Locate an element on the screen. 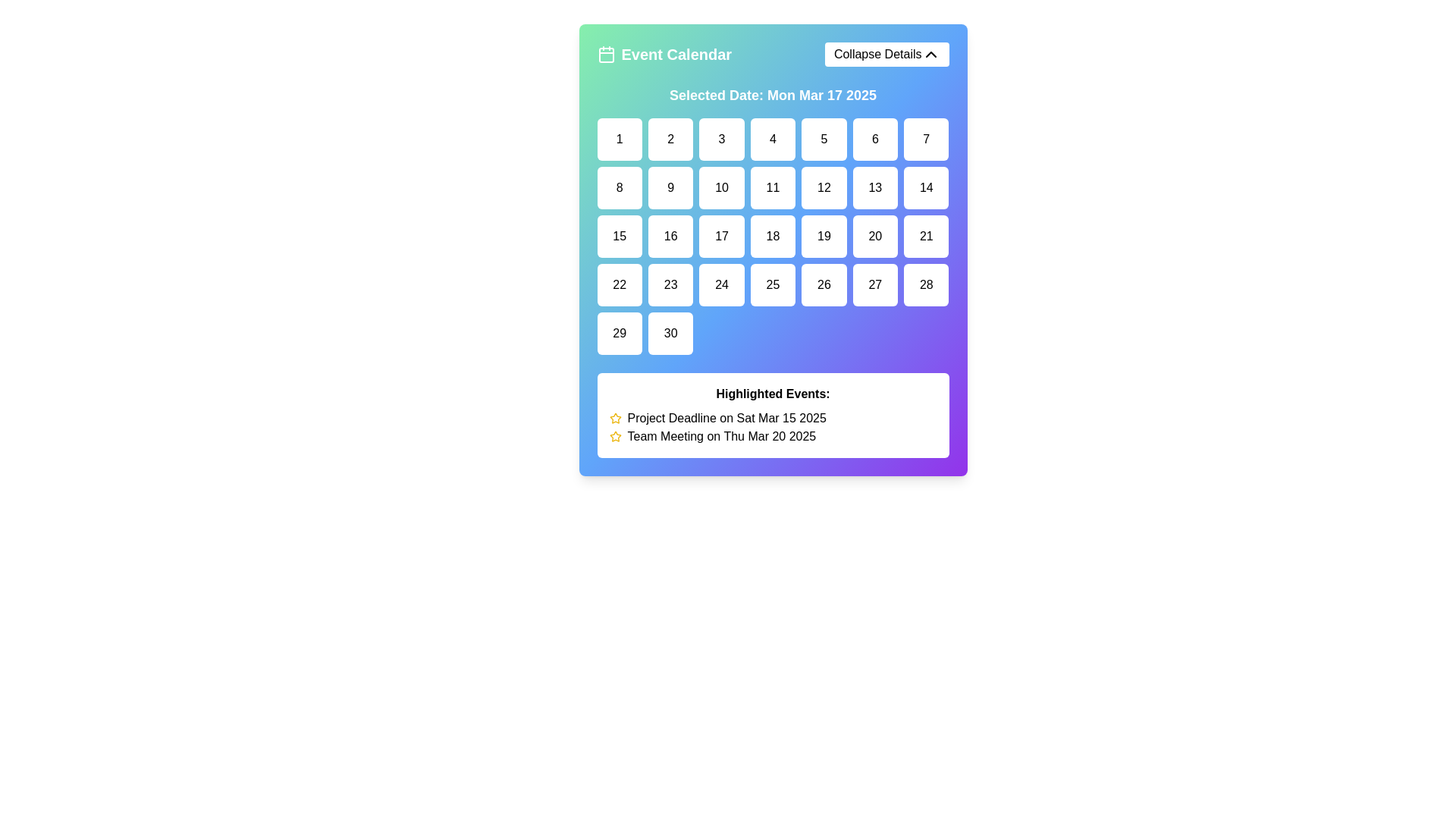  the calendar grid element that displays days of the month is located at coordinates (773, 237).